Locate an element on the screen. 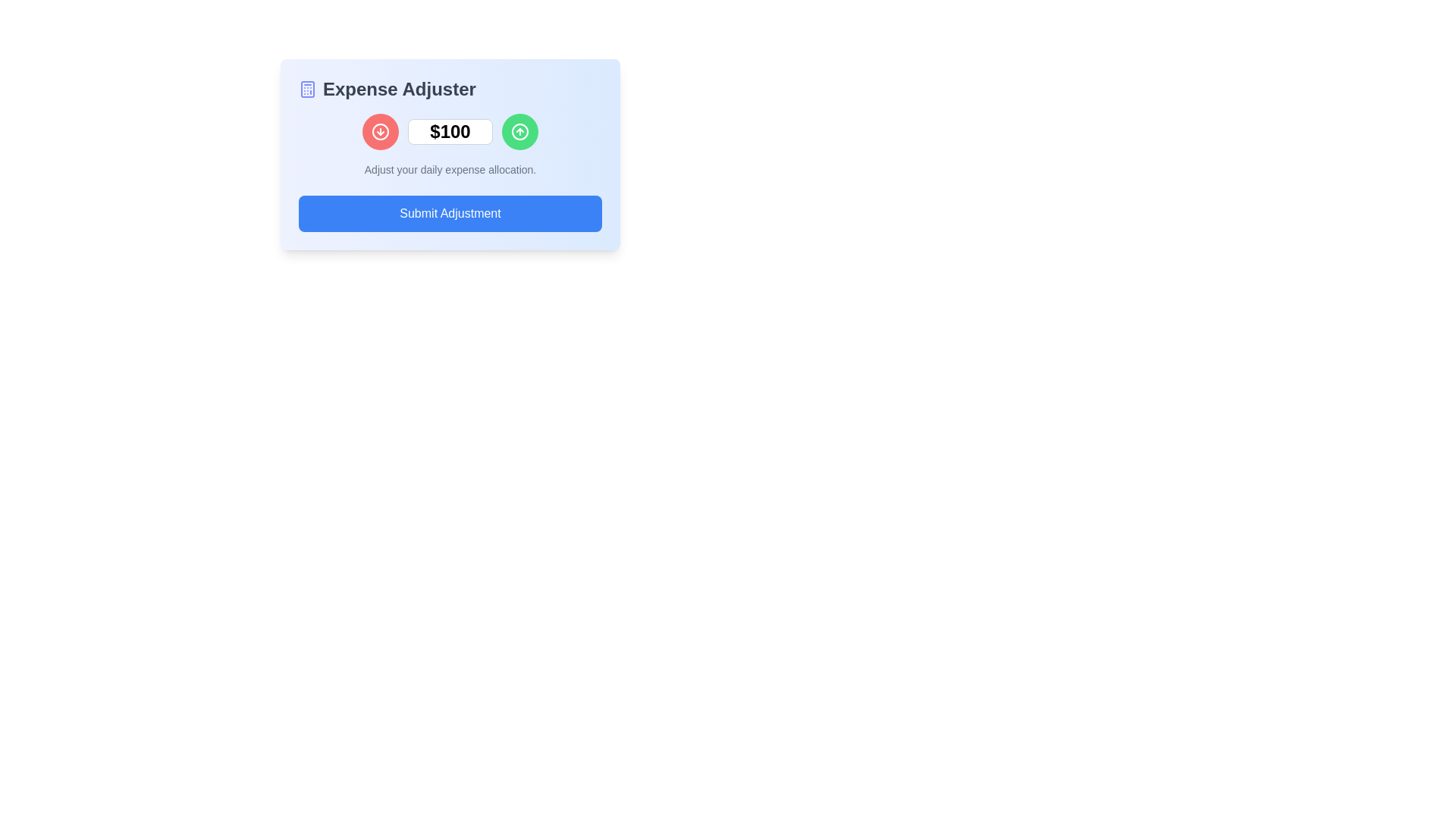 The width and height of the screenshot is (1456, 819). the circular button with a green border and an upward-pointing arrow is located at coordinates (520, 130).